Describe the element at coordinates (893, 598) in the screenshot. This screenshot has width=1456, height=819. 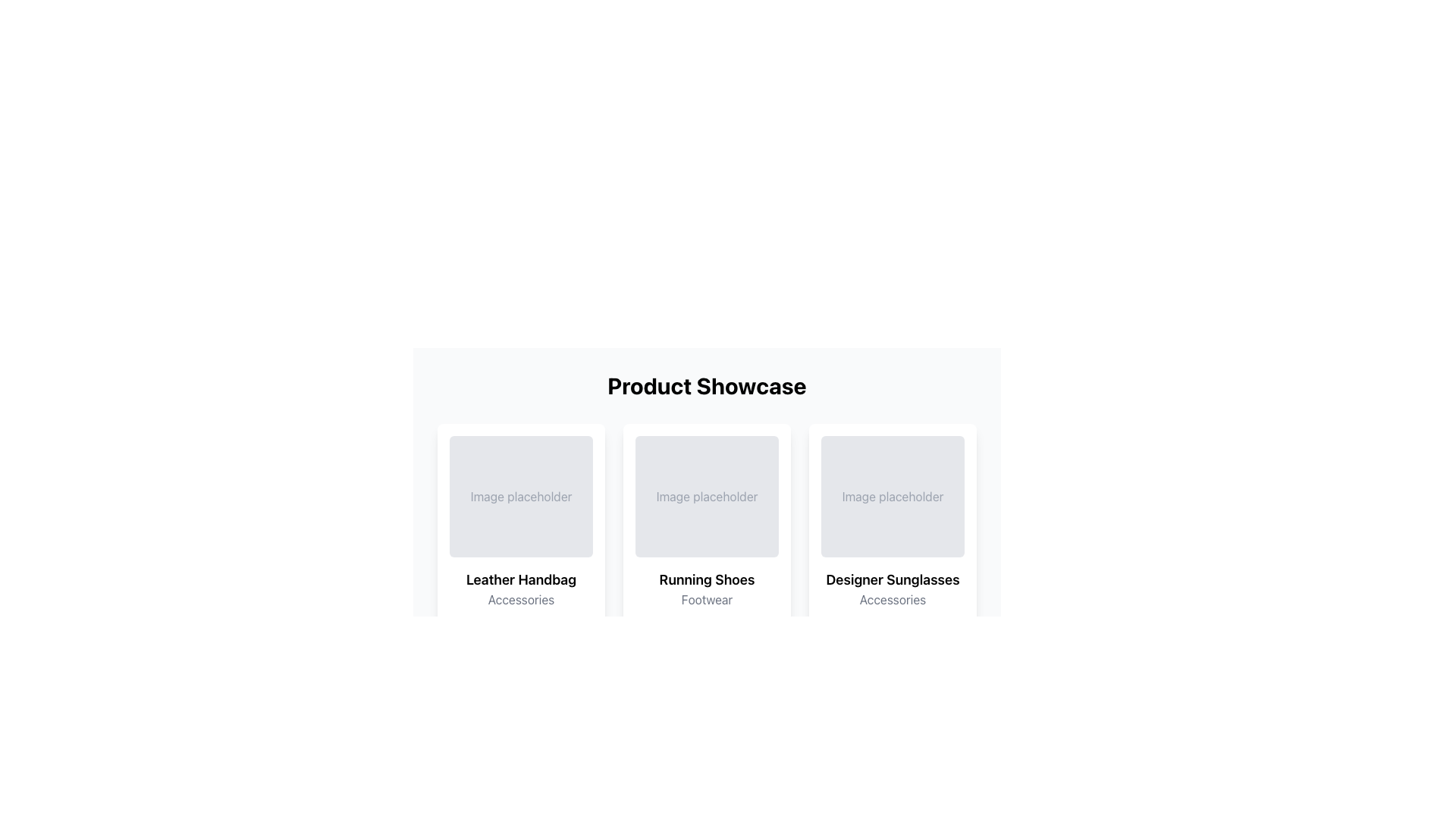
I see `the category label text element located beneath the 'Designer Sunglasses' title in the third column of the product card within the 'Product Showcase' section` at that location.